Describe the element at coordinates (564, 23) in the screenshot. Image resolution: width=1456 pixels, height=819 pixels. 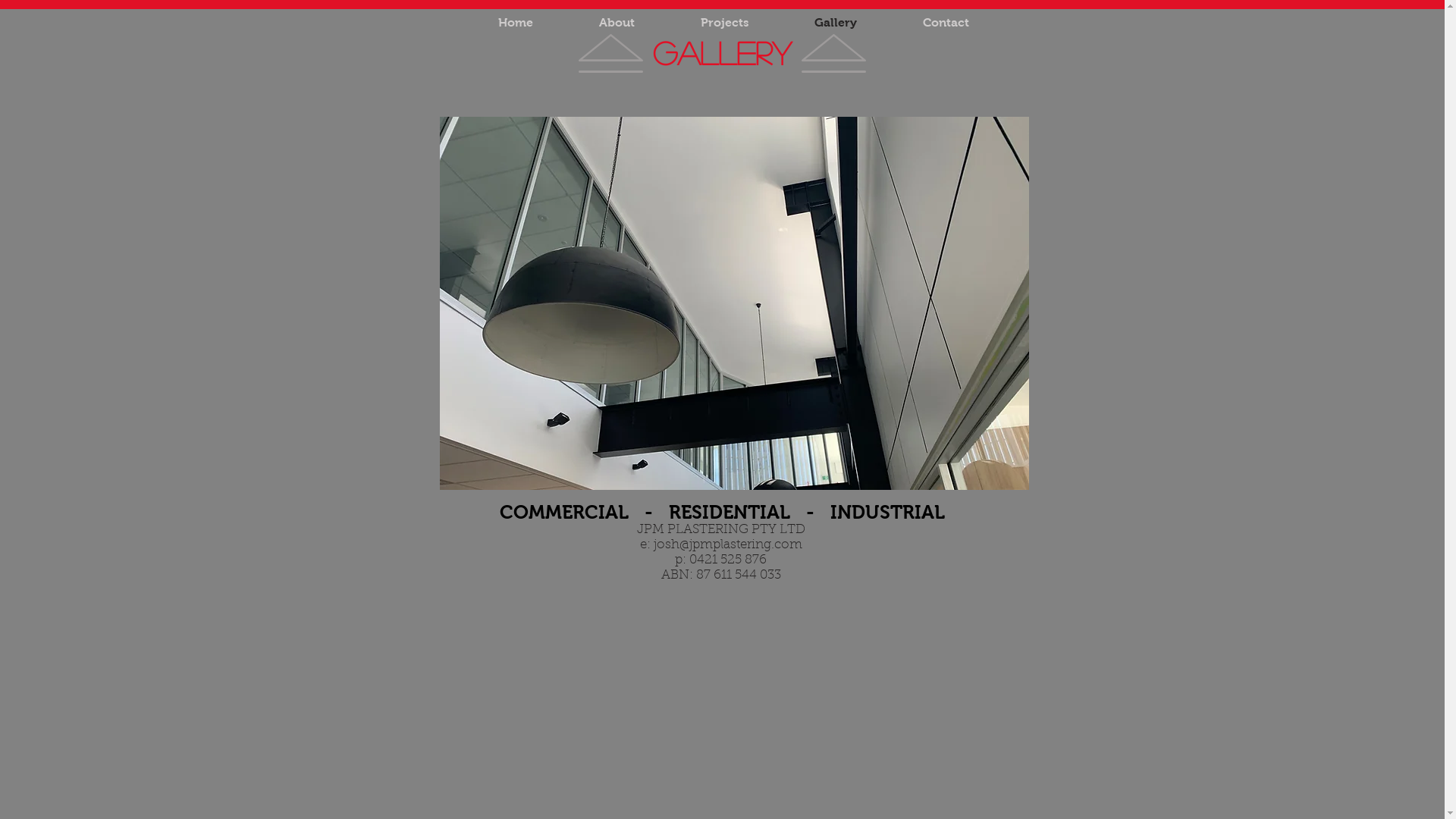
I see `'About'` at that location.